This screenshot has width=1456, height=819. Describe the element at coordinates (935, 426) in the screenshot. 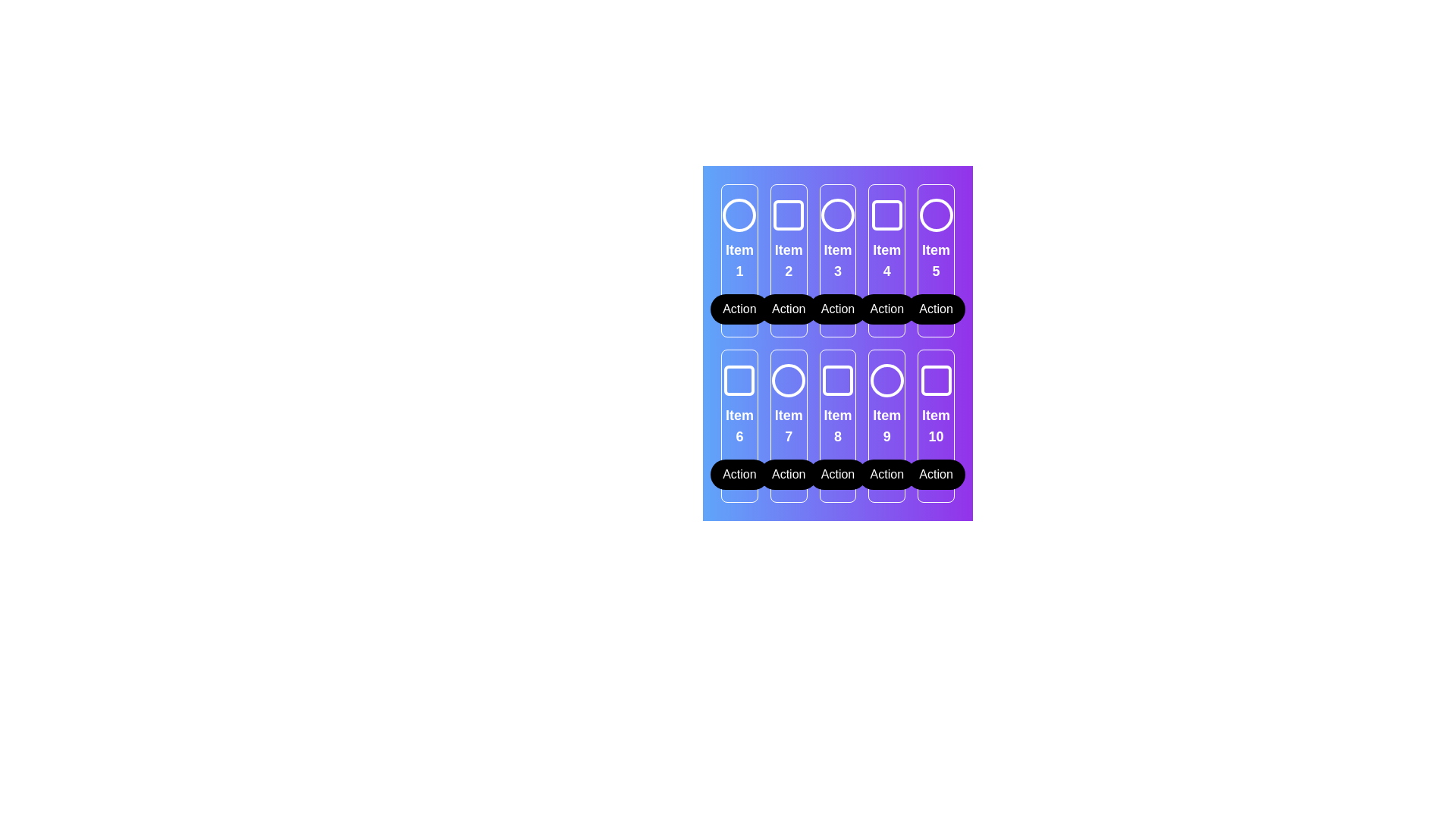

I see `displayed information from the descriptive card representing 'Item 10' located in the bottom-right corner of the grid` at that location.